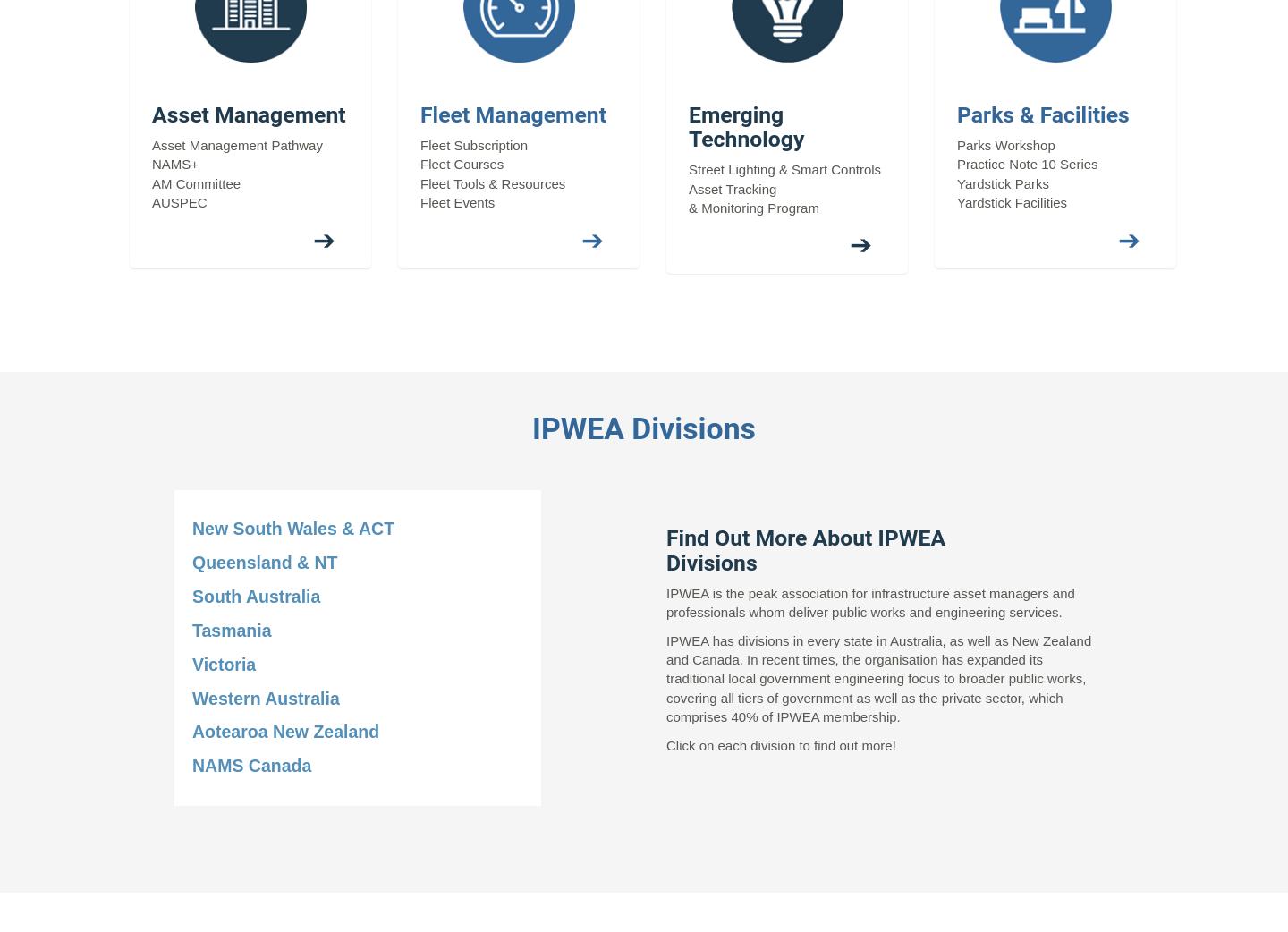  I want to click on 'AUSPEC', so click(179, 201).